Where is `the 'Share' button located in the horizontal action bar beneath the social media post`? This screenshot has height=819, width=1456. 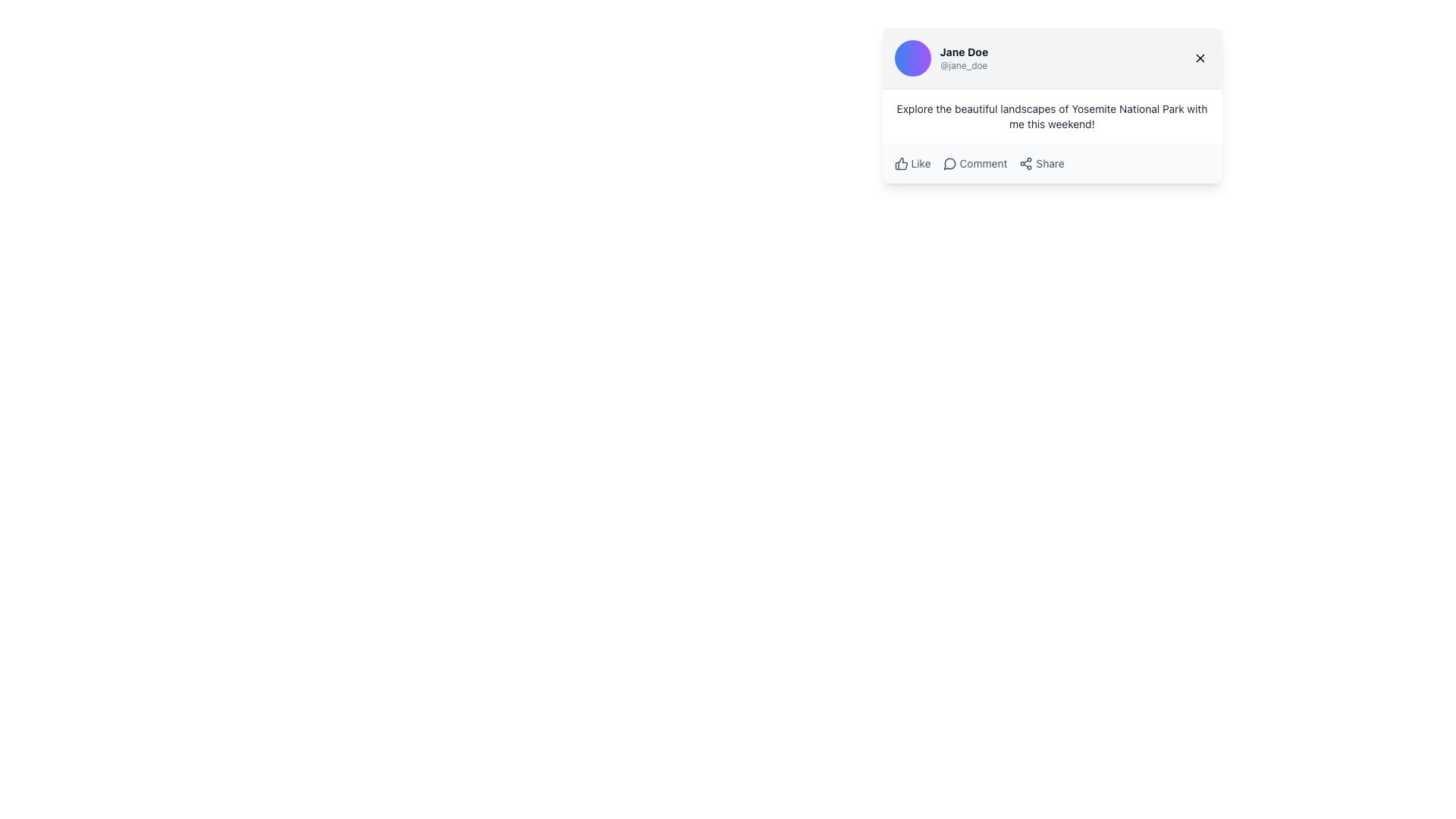
the 'Share' button located in the horizontal action bar beneath the social media post is located at coordinates (1041, 164).